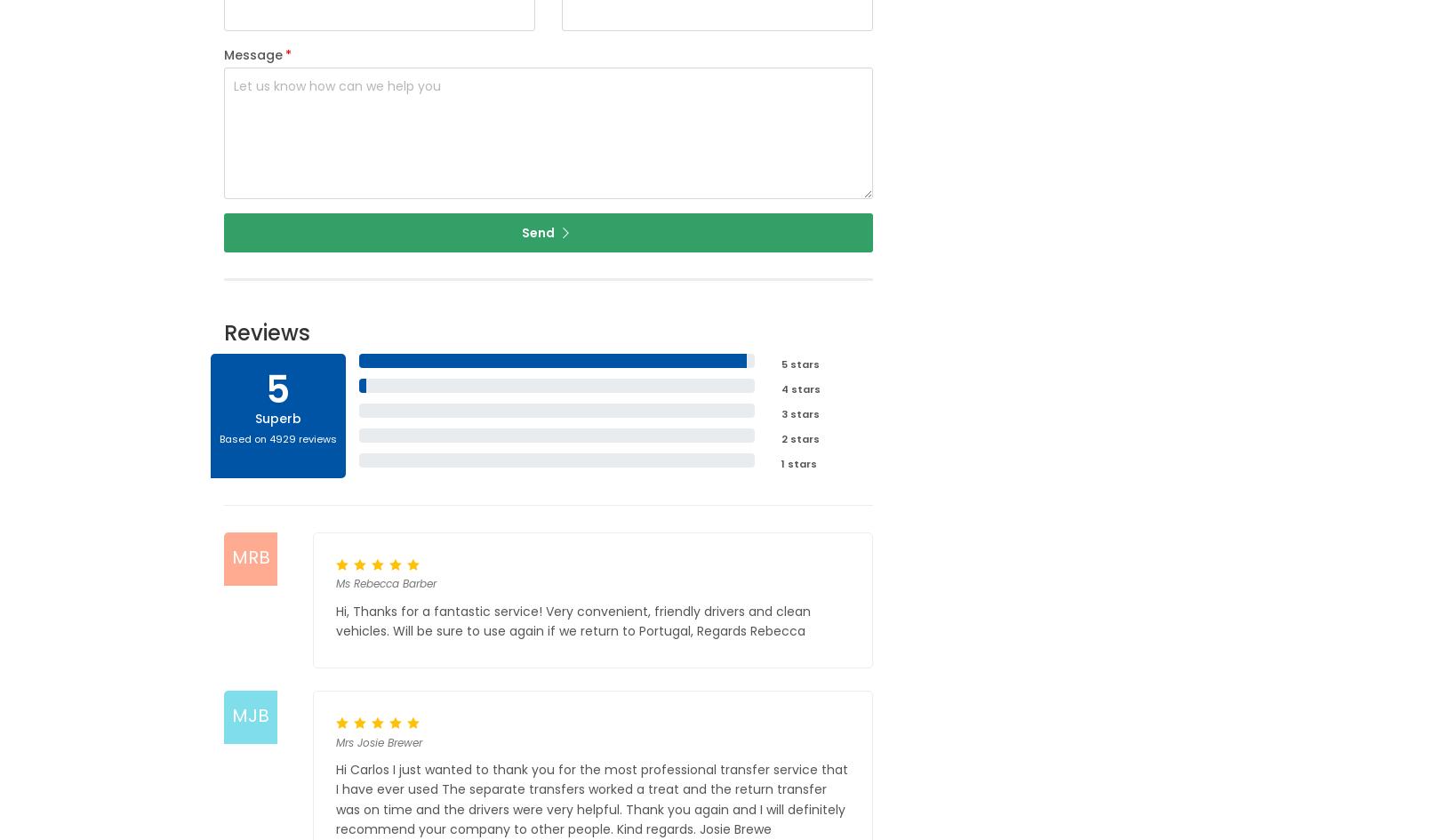  I want to click on 'Message', so click(221, 54).